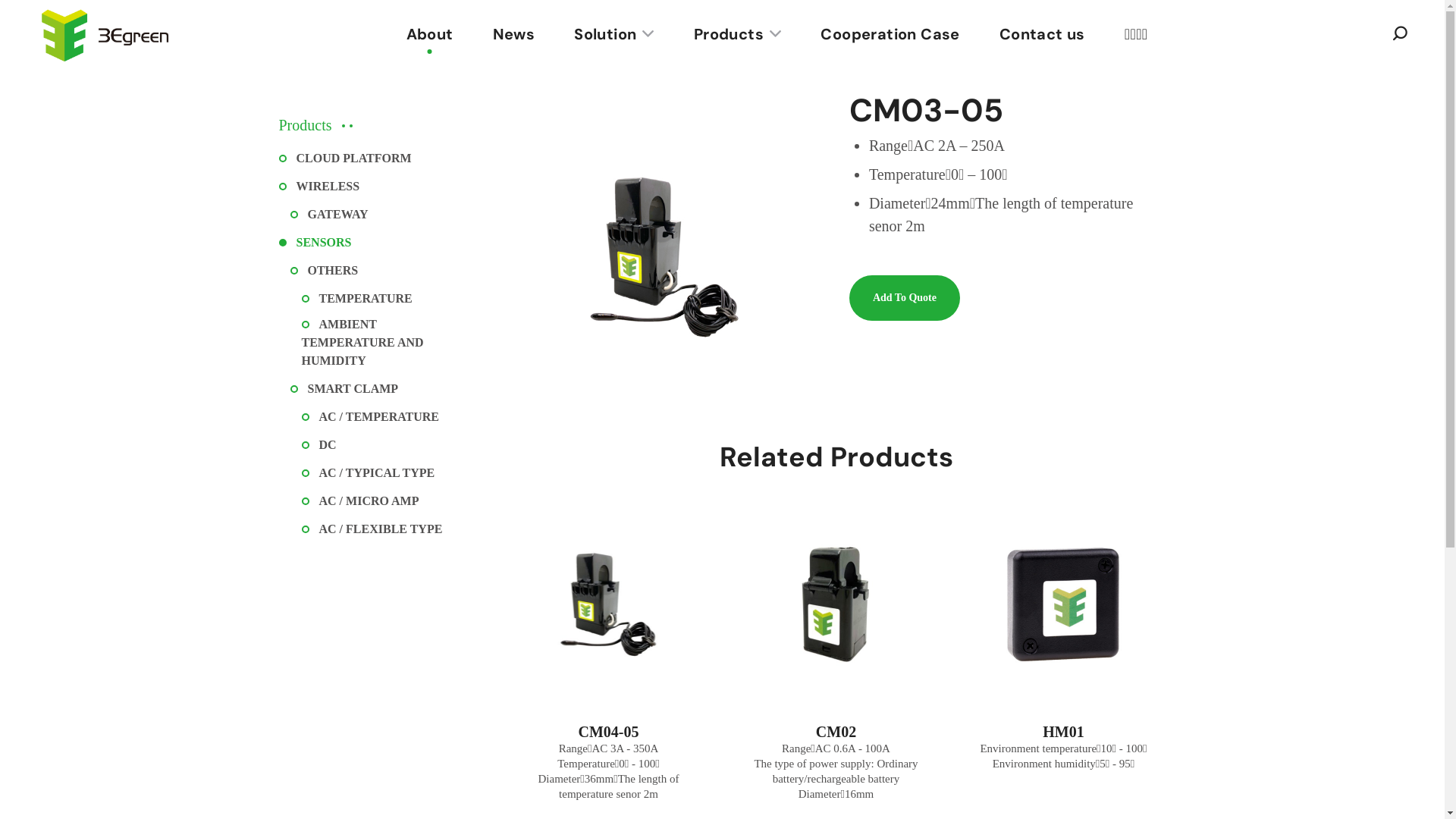 This screenshot has width=1456, height=819. I want to click on 'AC / MICRO AMP', so click(359, 500).